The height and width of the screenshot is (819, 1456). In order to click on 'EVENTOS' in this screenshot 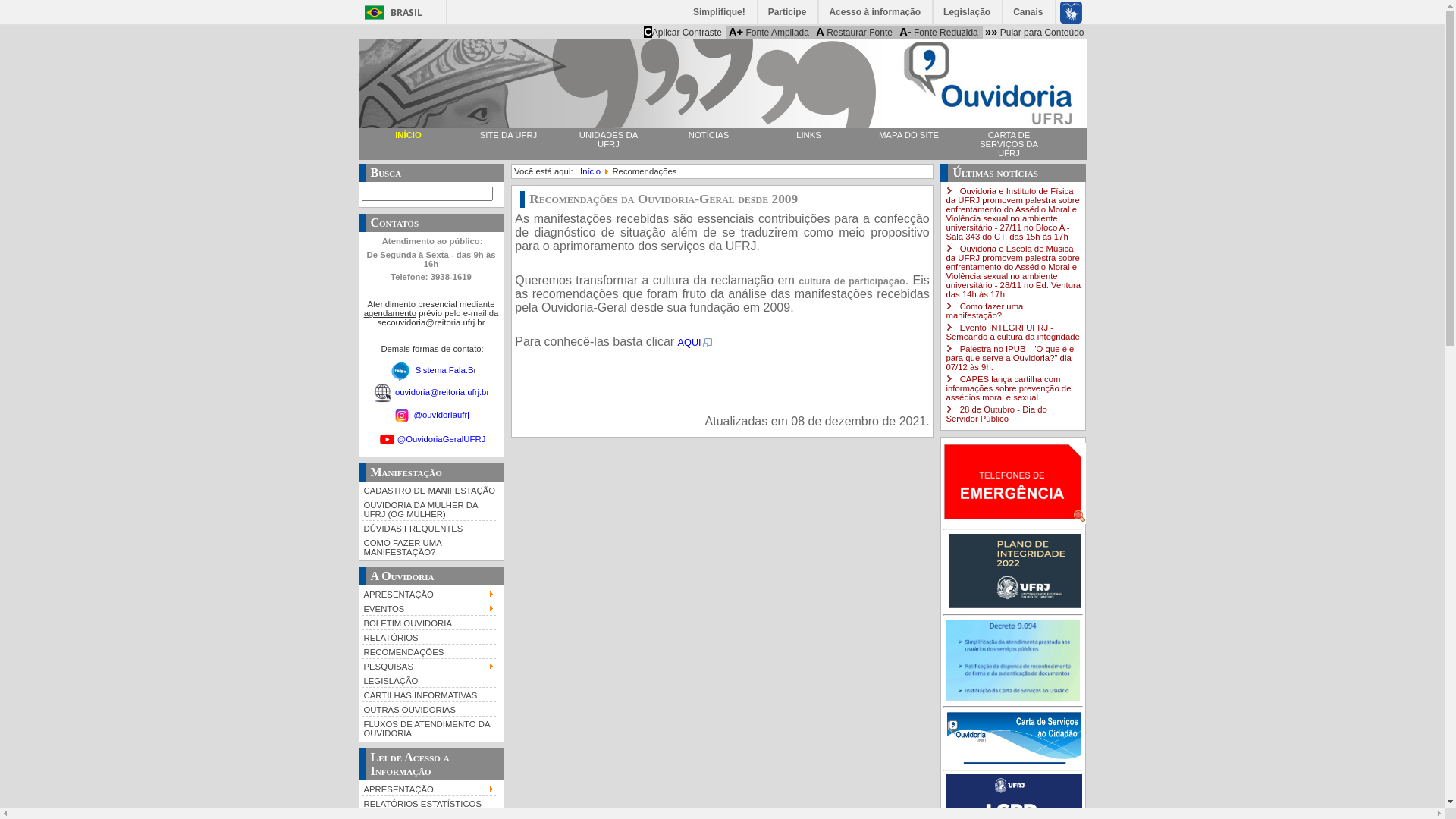, I will do `click(359, 607)`.